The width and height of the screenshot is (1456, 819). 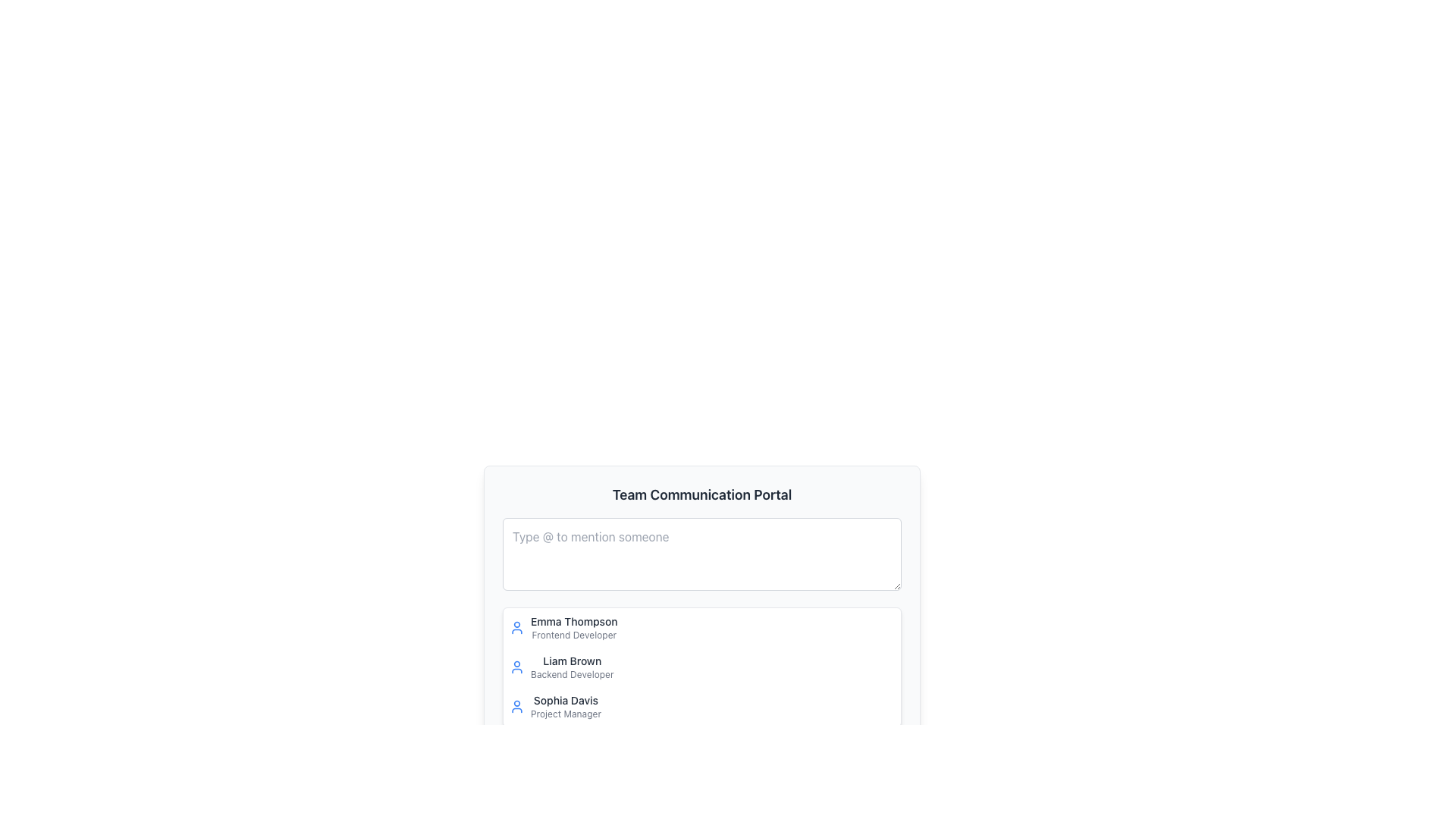 I want to click on the first user profile list item located beneath the heading 'Type @ to mention someone', so click(x=573, y=628).